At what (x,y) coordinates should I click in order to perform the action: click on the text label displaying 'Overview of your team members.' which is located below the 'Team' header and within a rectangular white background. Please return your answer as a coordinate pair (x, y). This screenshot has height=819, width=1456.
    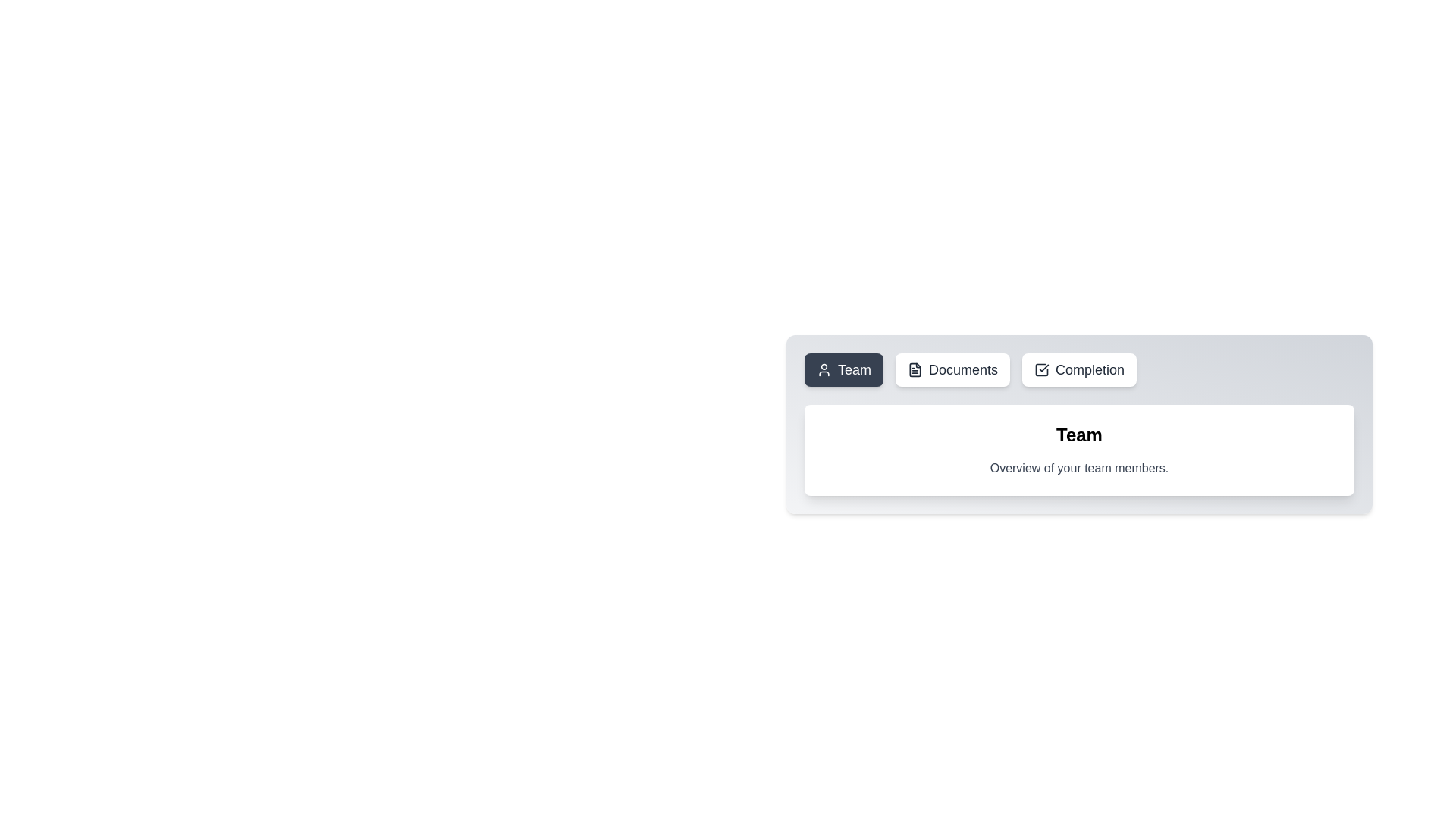
    Looking at the image, I should click on (1078, 467).